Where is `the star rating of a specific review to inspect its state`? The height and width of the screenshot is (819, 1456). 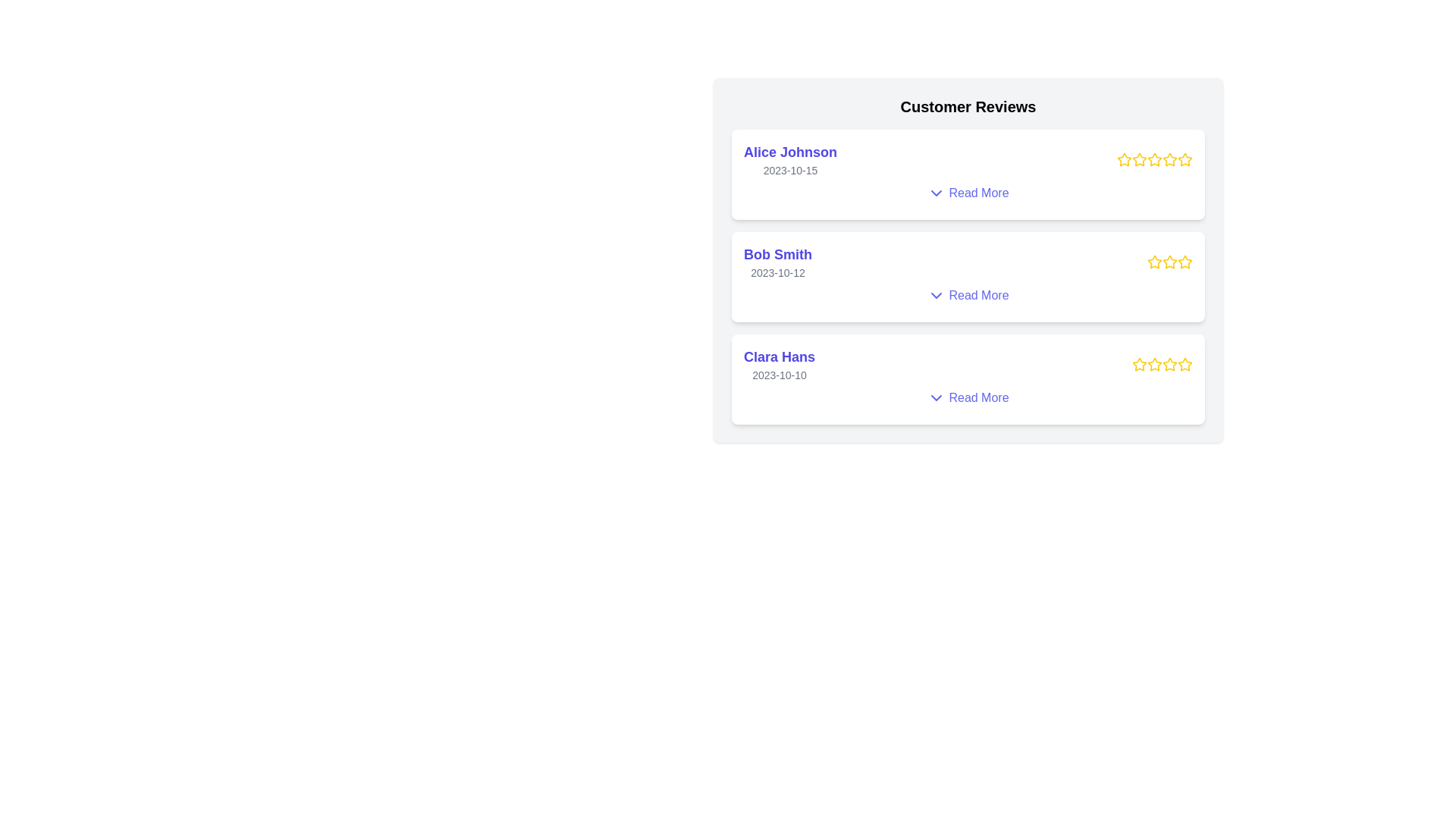
the star rating of a specific review to inspect its state is located at coordinates (1125, 160).